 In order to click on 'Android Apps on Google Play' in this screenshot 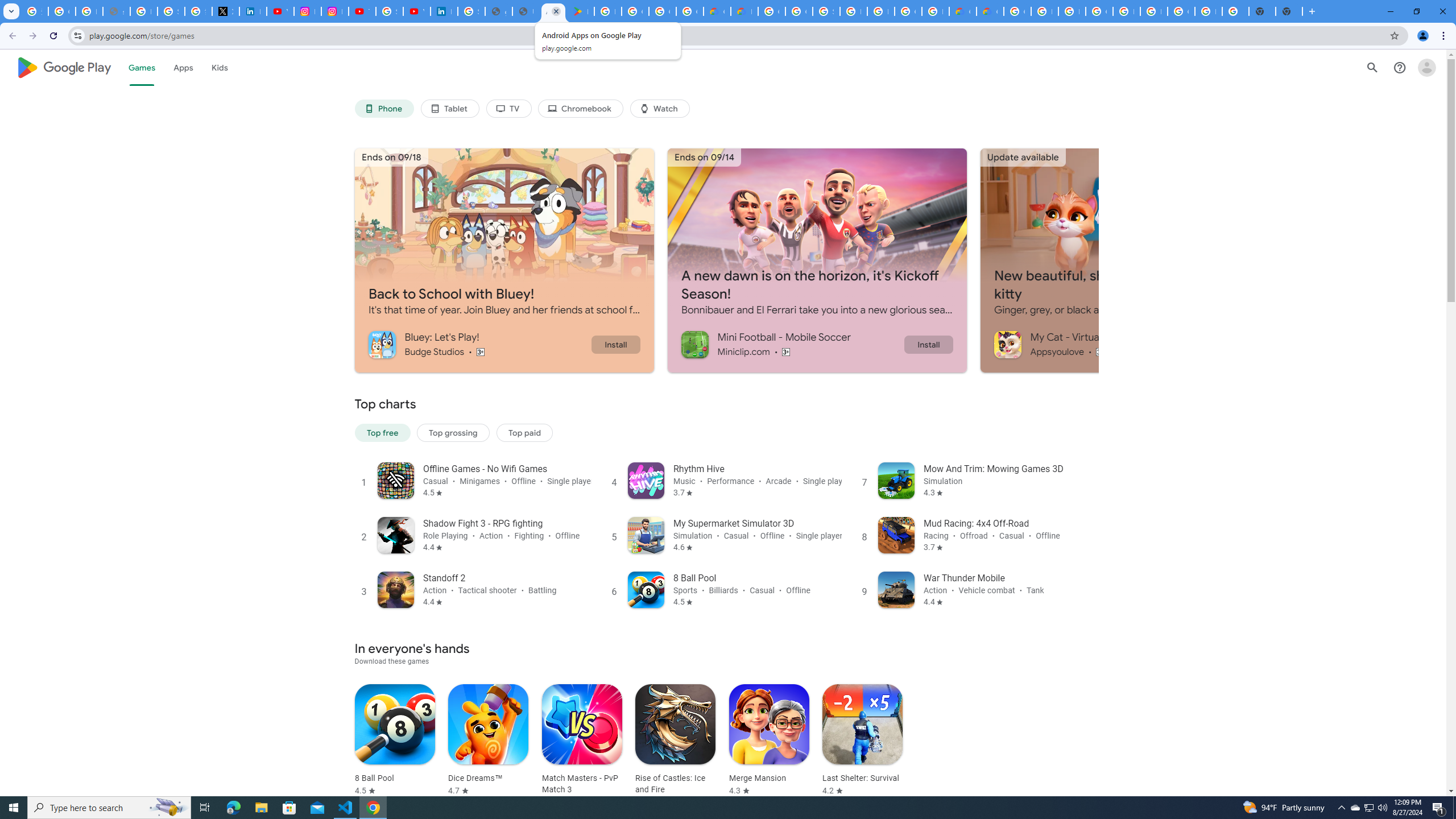, I will do `click(552, 11)`.